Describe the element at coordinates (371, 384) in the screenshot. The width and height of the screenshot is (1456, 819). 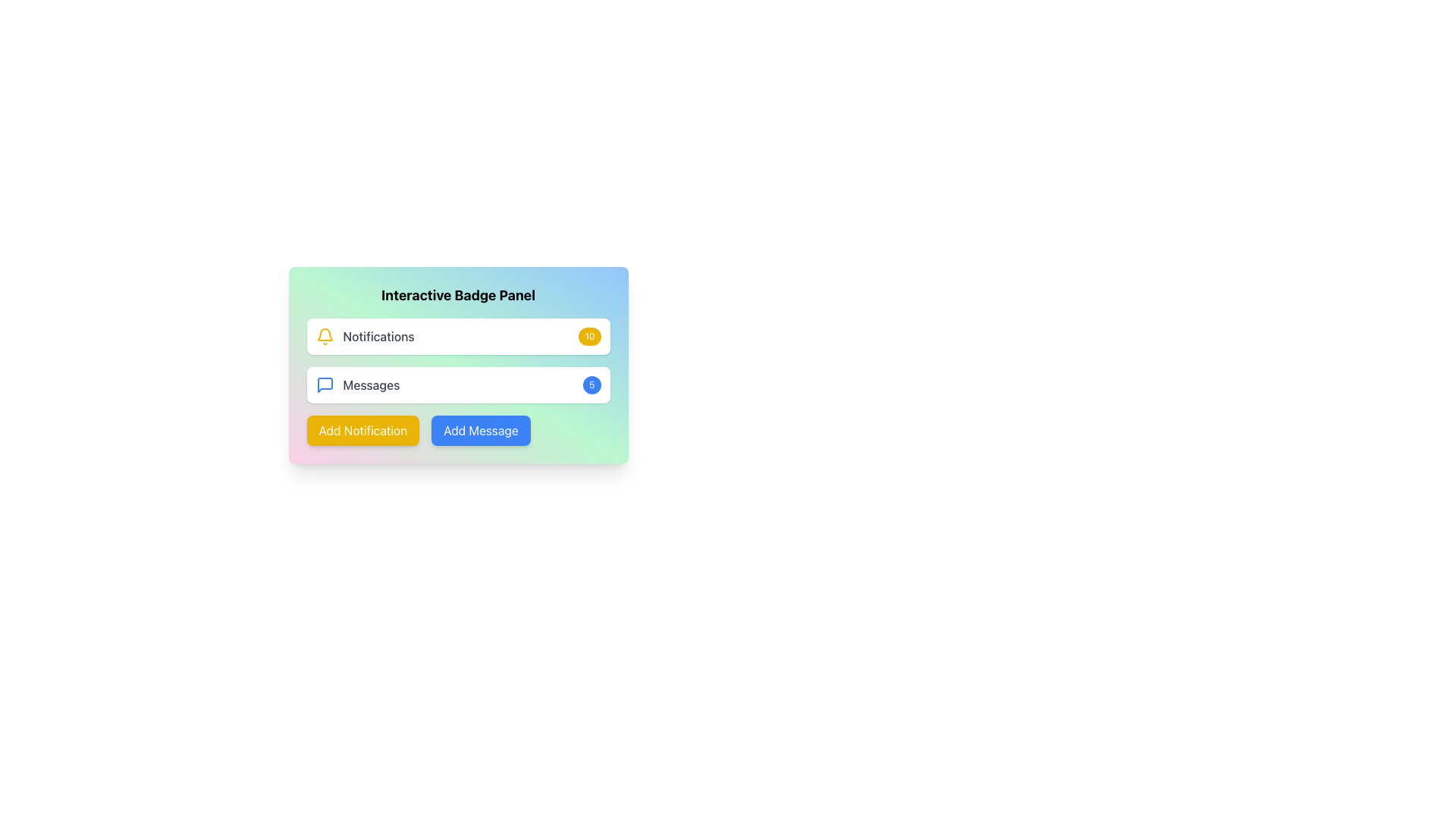
I see `the text label displaying 'Messages' which is situated to the right of a speech bubble icon in the Interactive Badge Panel` at that location.